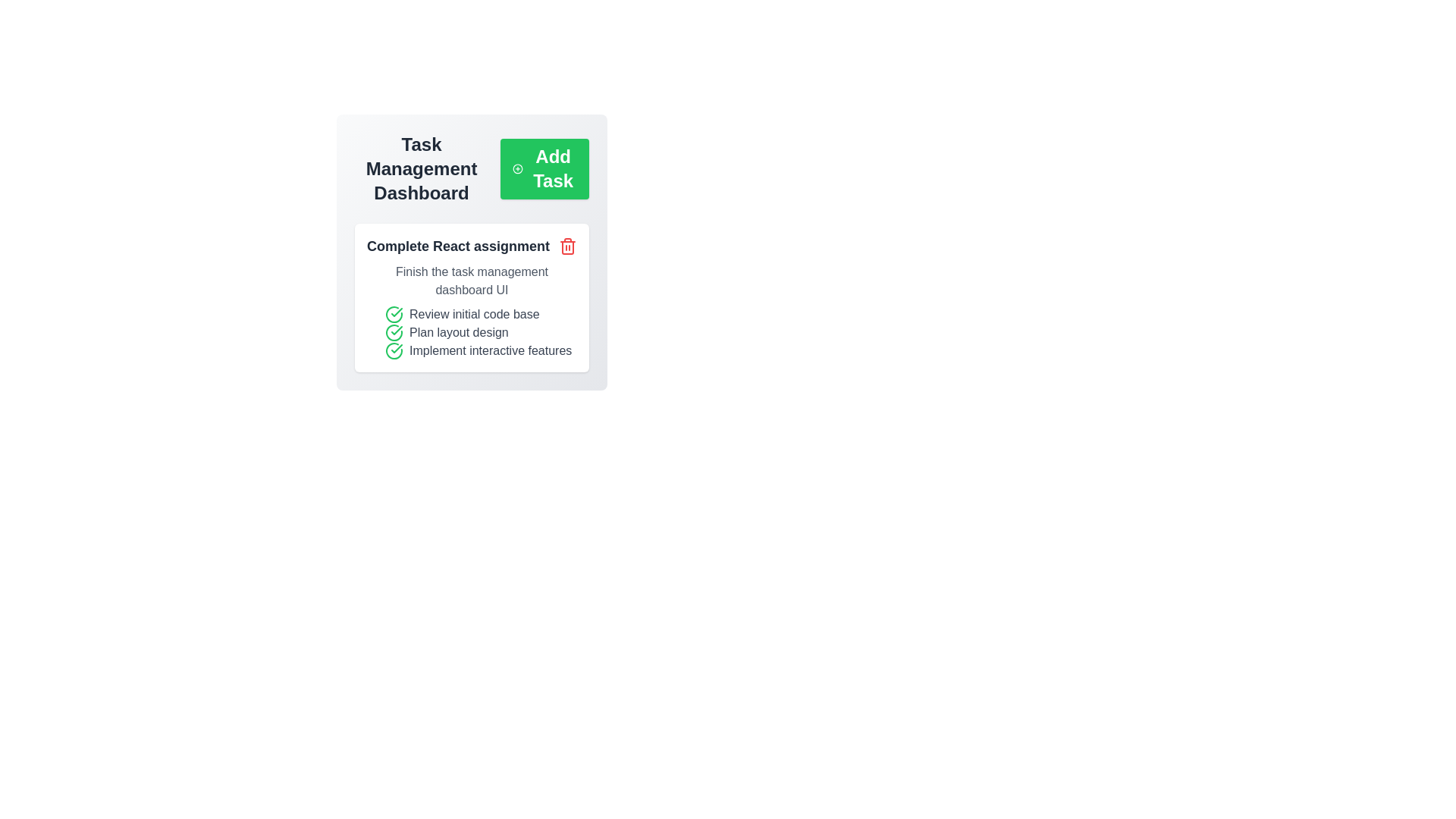 Image resolution: width=1456 pixels, height=819 pixels. I want to click on the SVG icon resembling a green circle with a check mark indicating a completed task, located to the left of the text 'Plan layout design', so click(394, 332).